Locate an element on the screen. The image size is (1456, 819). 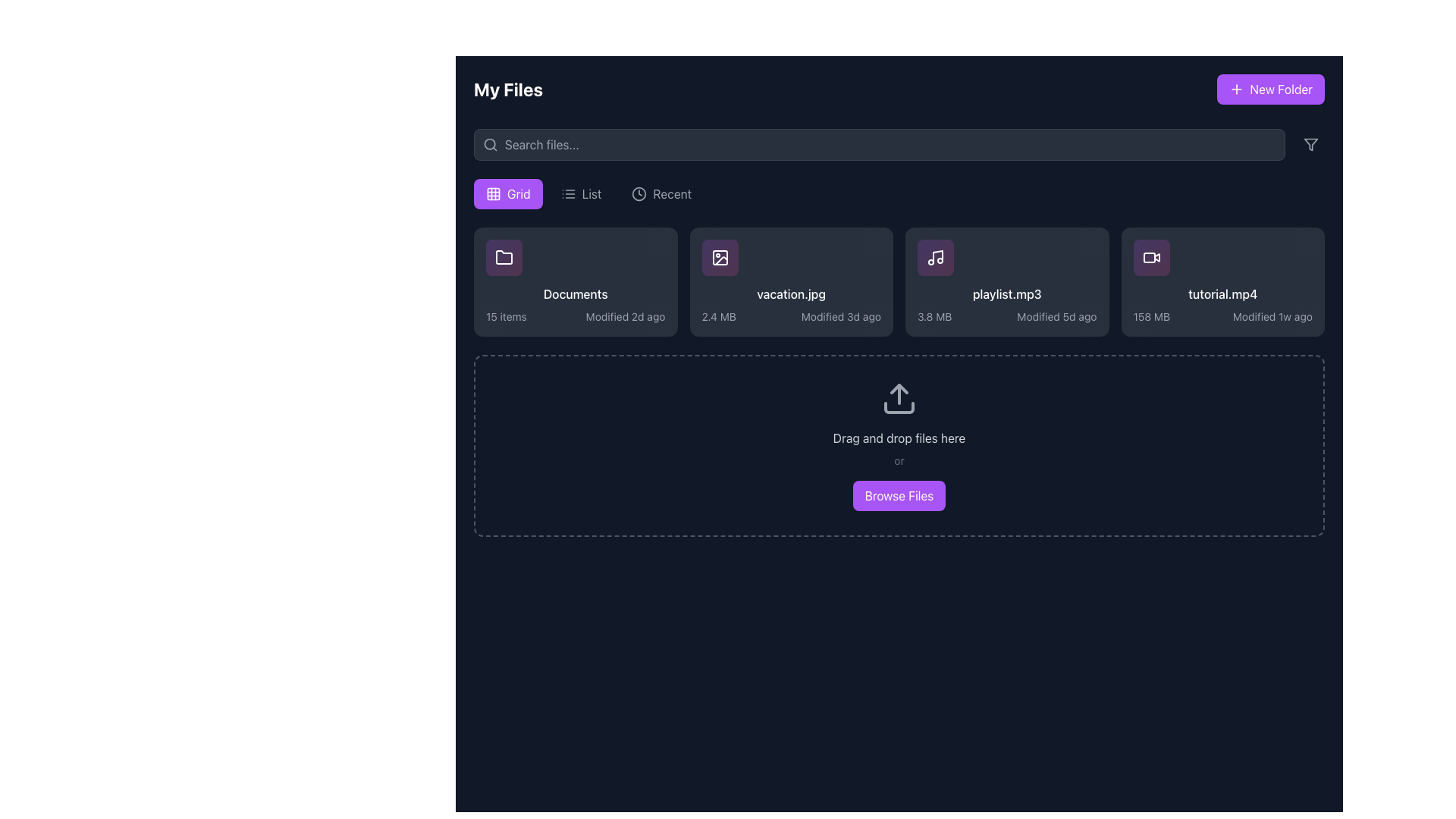
the image preview button located to the right of the 'Documents' button in the file grid on the 'My Files' page is located at coordinates (719, 256).